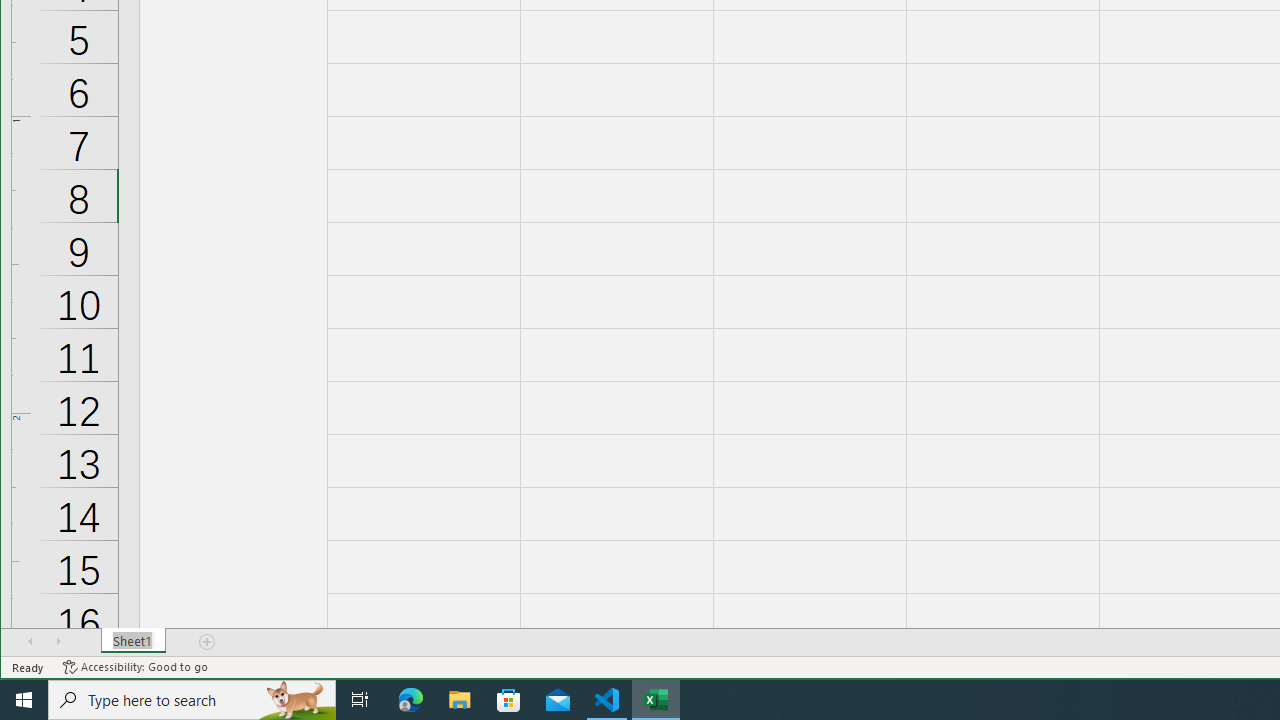 Image resolution: width=1280 pixels, height=720 pixels. Describe the element at coordinates (606, 698) in the screenshot. I see `'Visual Studio Code - 1 running window'` at that location.